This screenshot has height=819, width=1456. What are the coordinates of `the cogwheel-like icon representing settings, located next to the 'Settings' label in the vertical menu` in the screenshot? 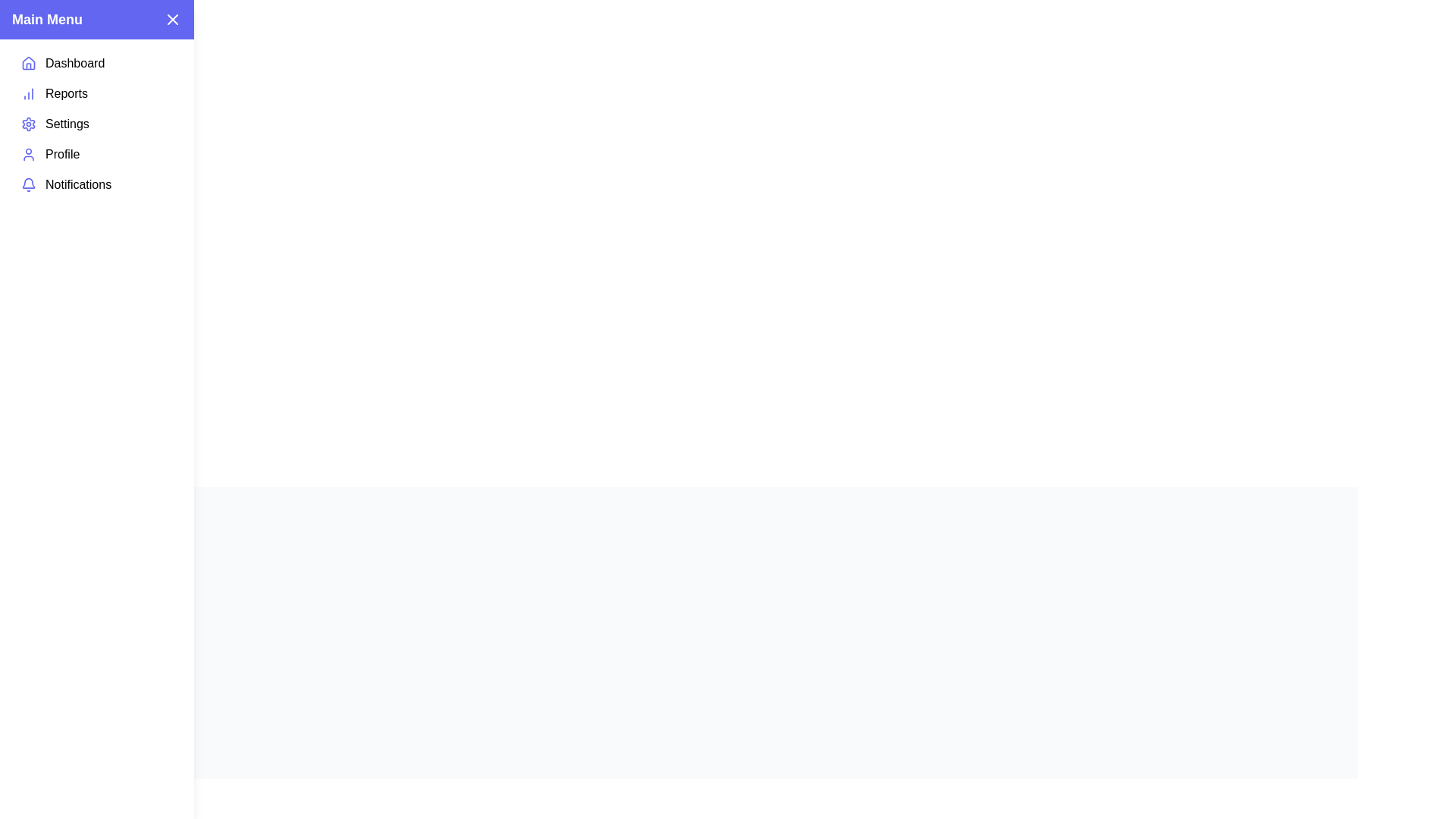 It's located at (29, 124).